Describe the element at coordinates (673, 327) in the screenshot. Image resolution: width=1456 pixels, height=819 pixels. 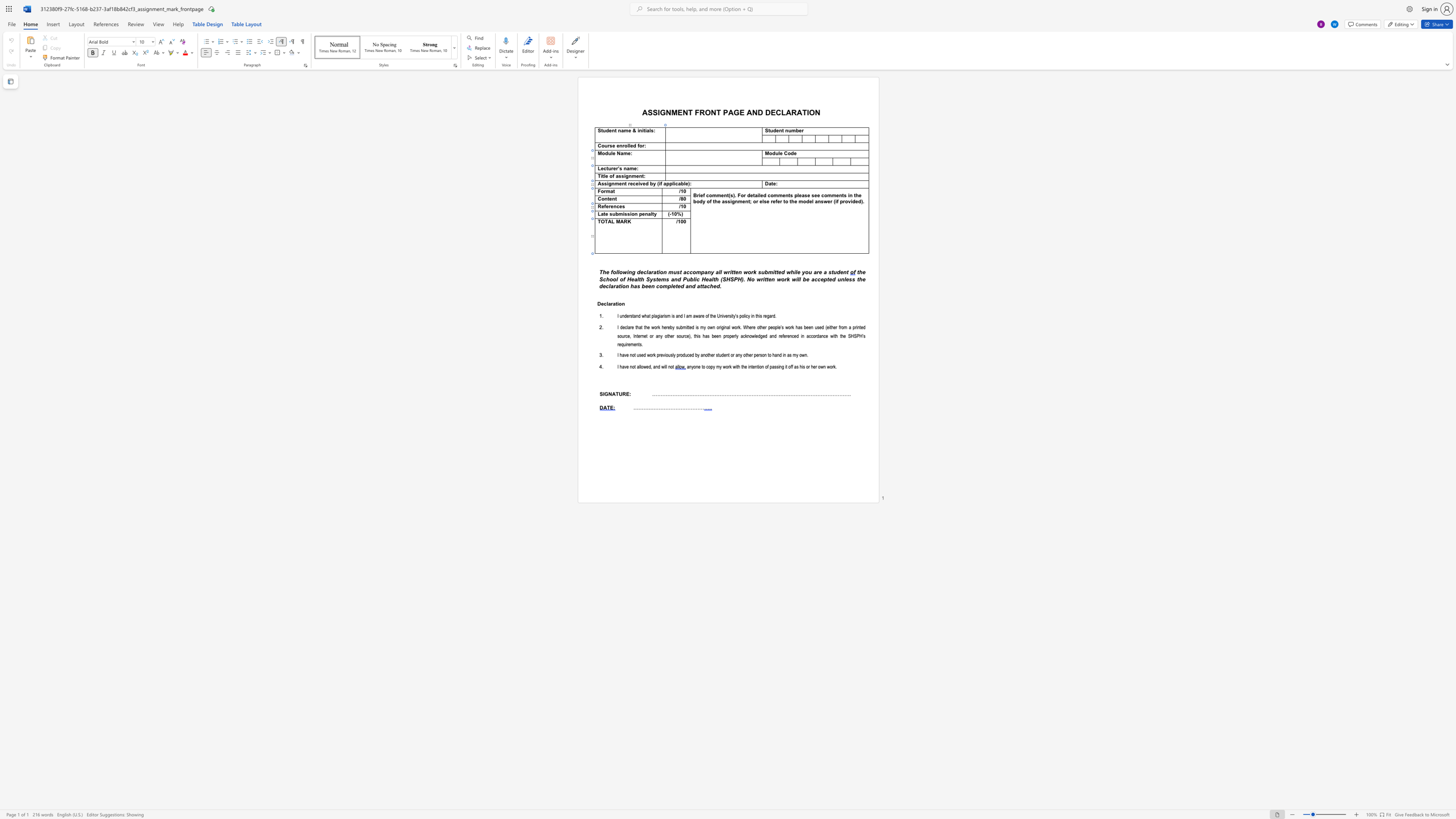
I see `the 1th character "y" in the text` at that location.